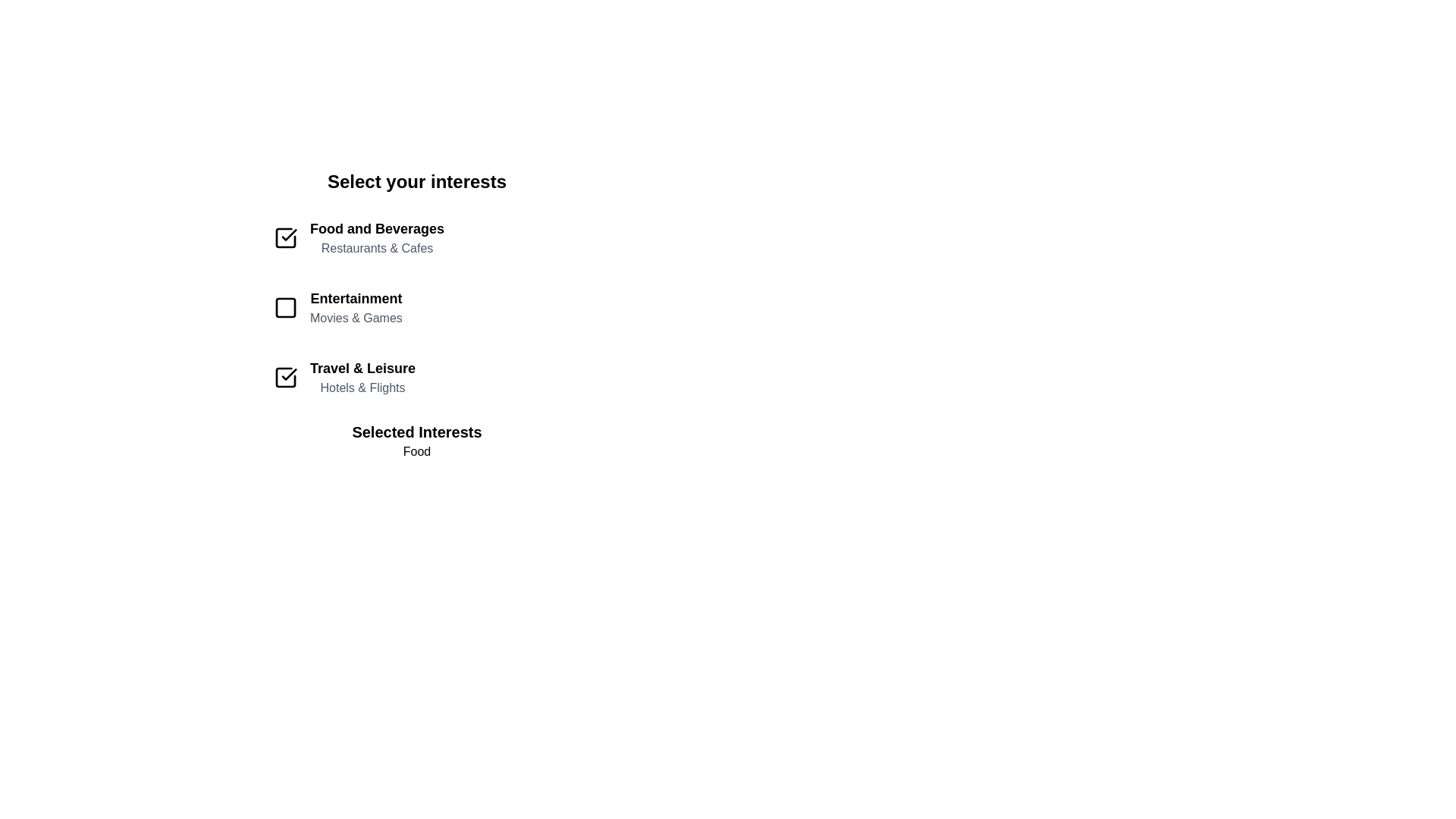  What do you see at coordinates (417, 376) in the screenshot?
I see `the item Travel` at bounding box center [417, 376].